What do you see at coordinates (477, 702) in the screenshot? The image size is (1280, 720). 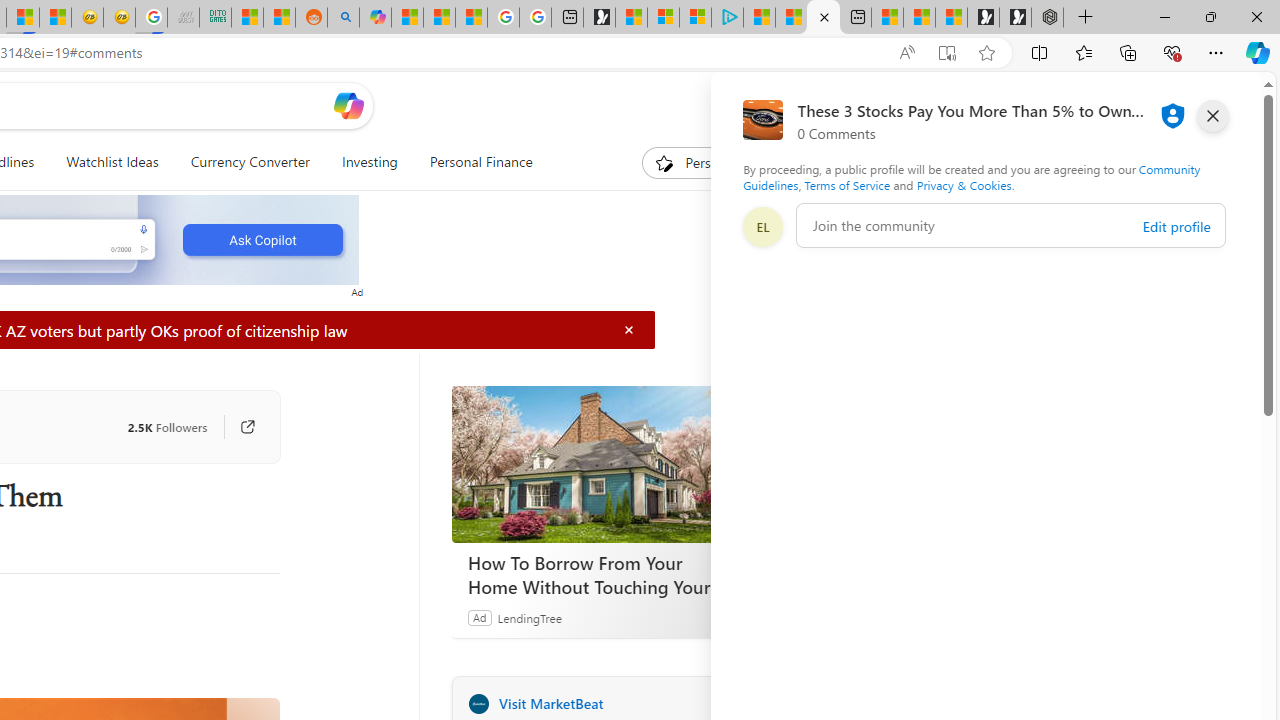 I see `'MarketBeat'` at bounding box center [477, 702].